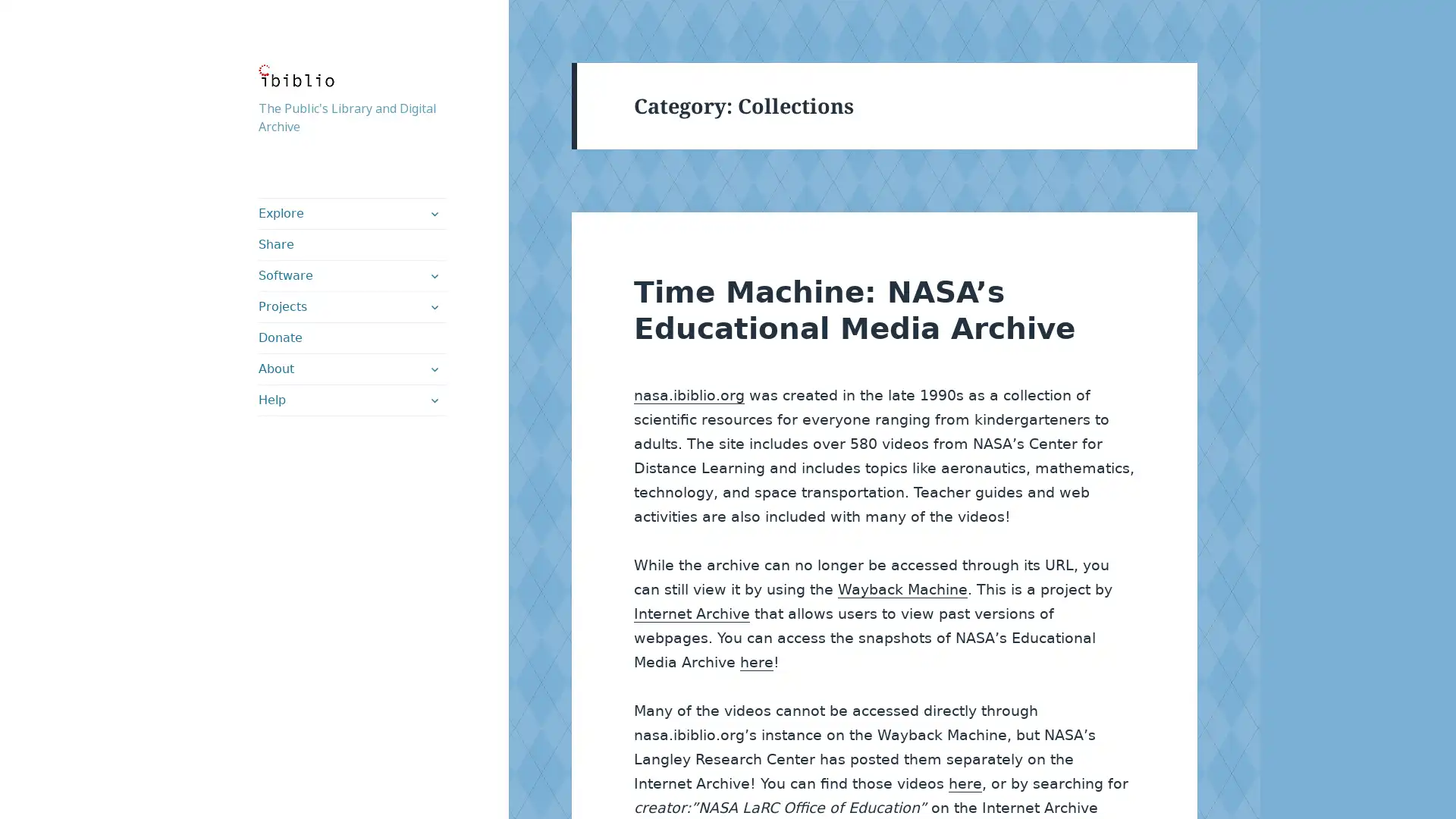 The width and height of the screenshot is (1456, 819). I want to click on expand child menu, so click(432, 400).